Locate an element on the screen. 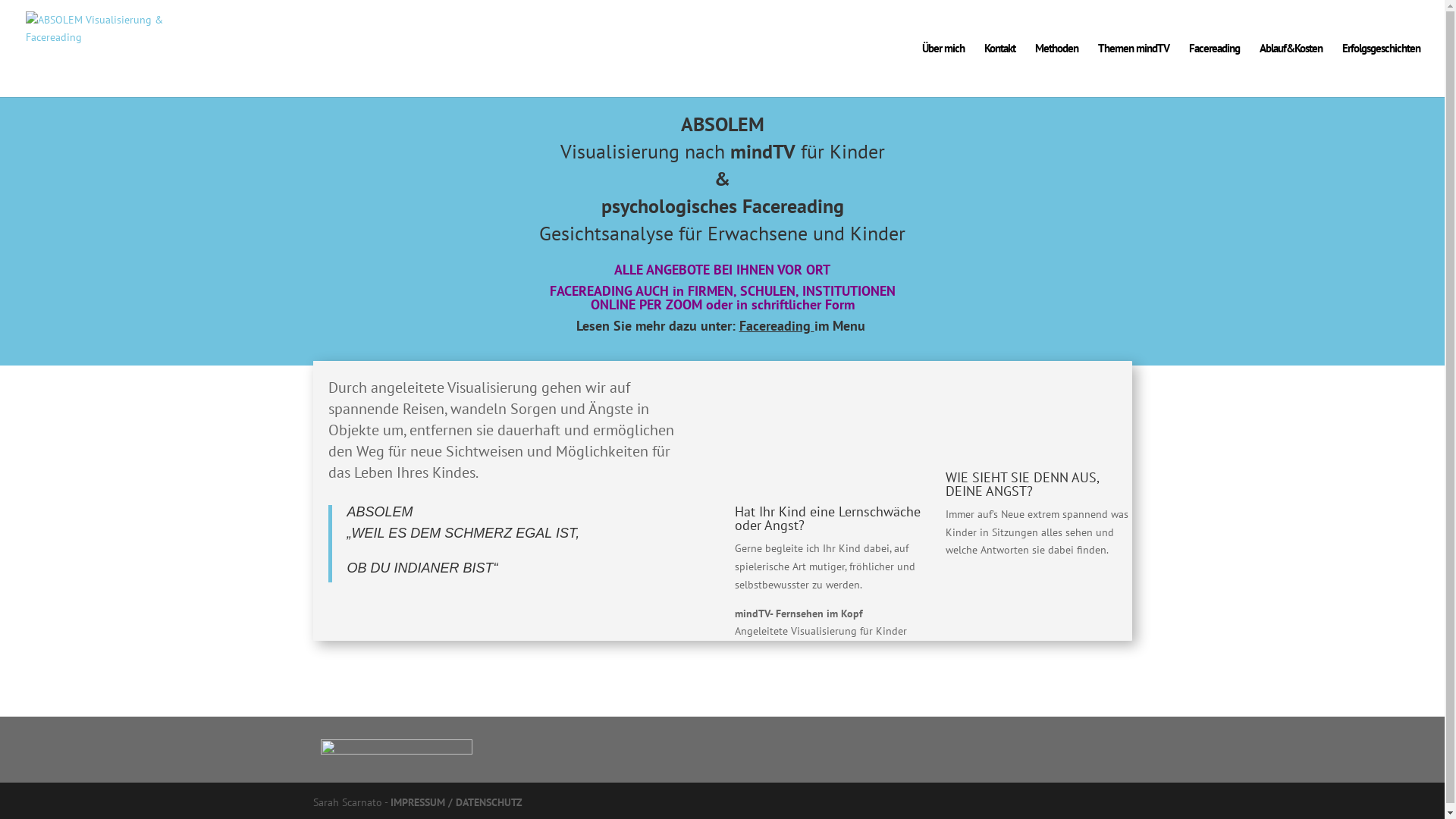  'IMPRESSUM / DATENSCHUTZ' is located at coordinates (454, 801).